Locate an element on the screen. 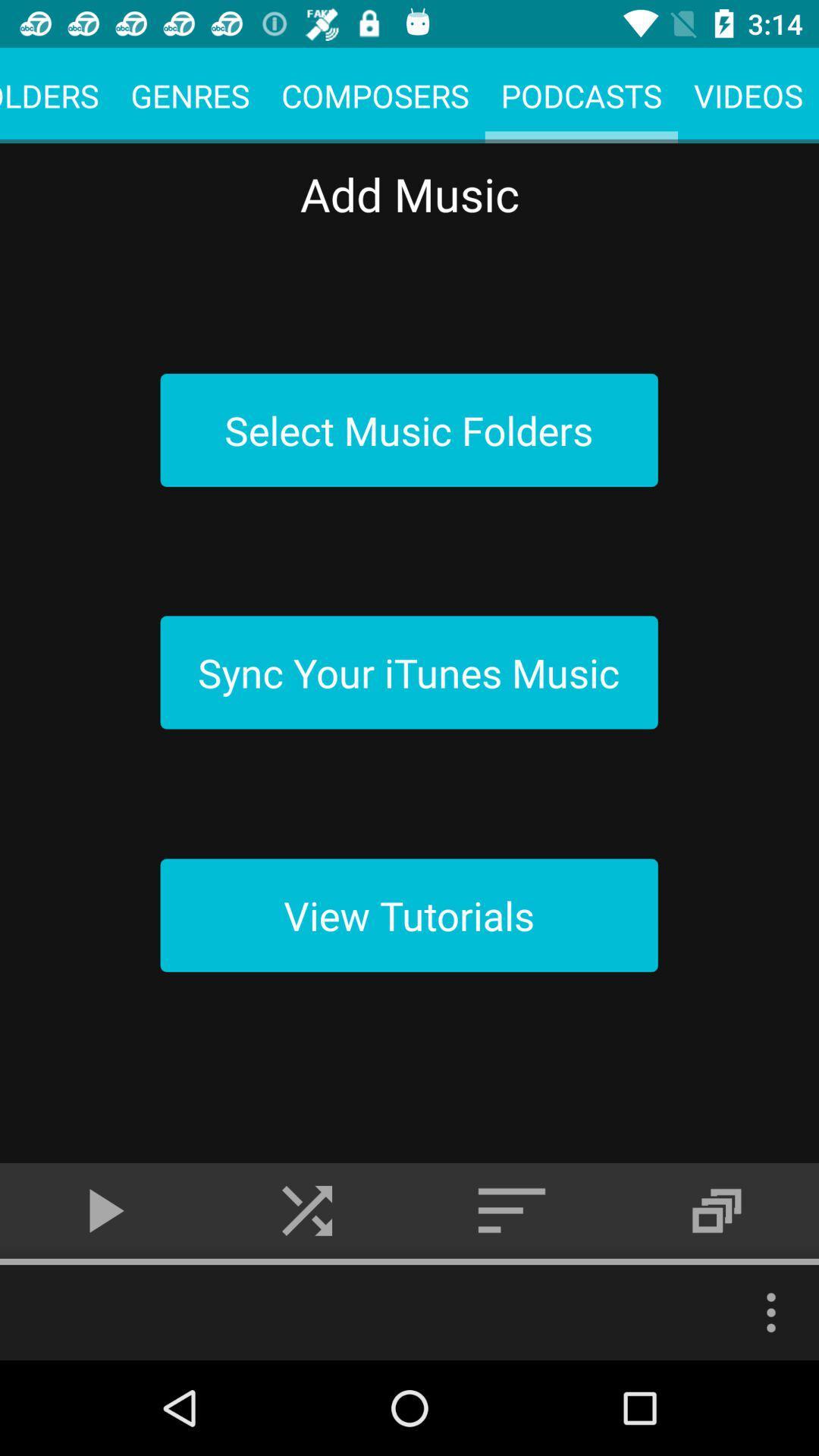  first button is located at coordinates (409, 429).